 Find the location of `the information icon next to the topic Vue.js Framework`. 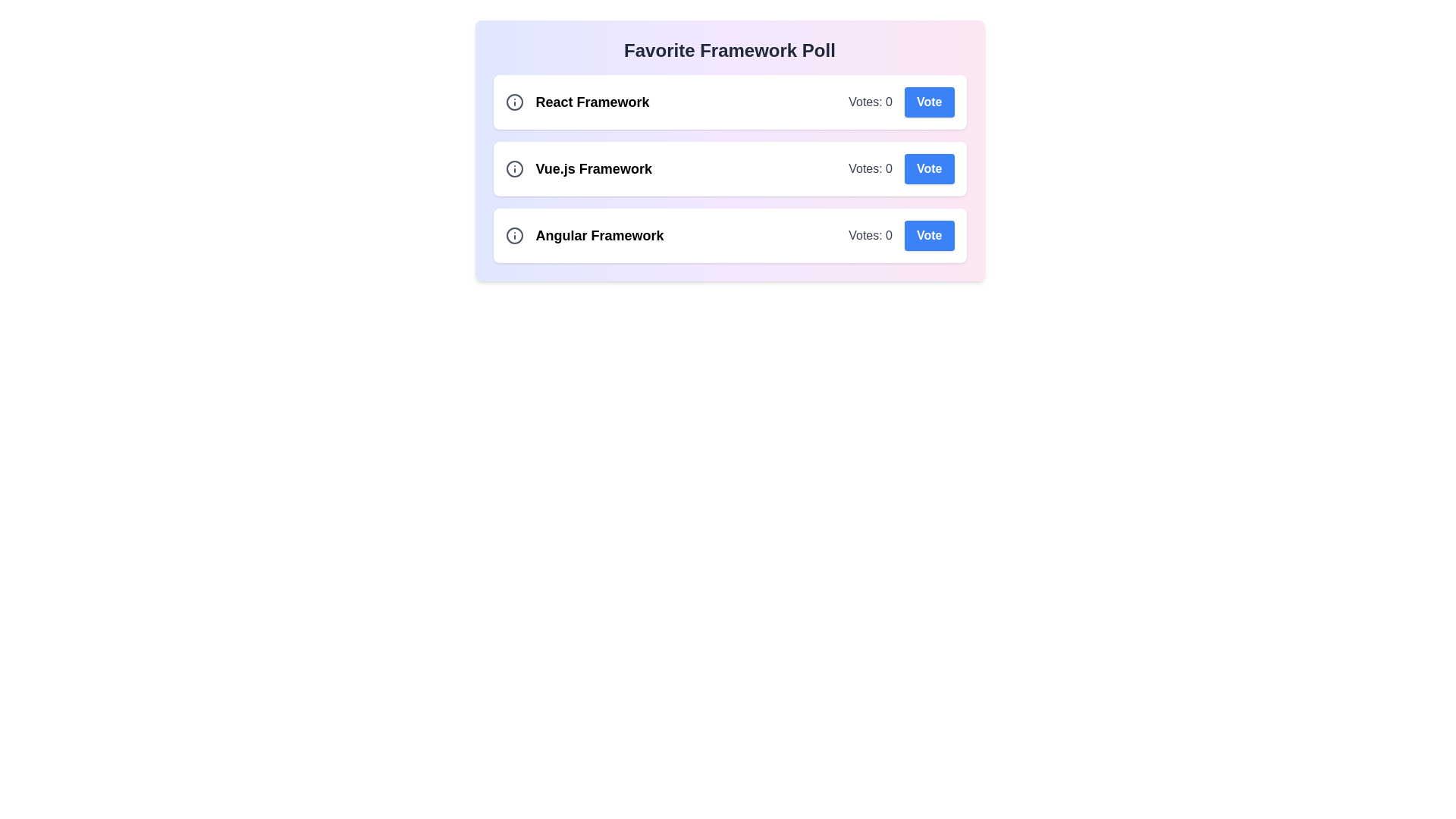

the information icon next to the topic Vue.js Framework is located at coordinates (514, 169).